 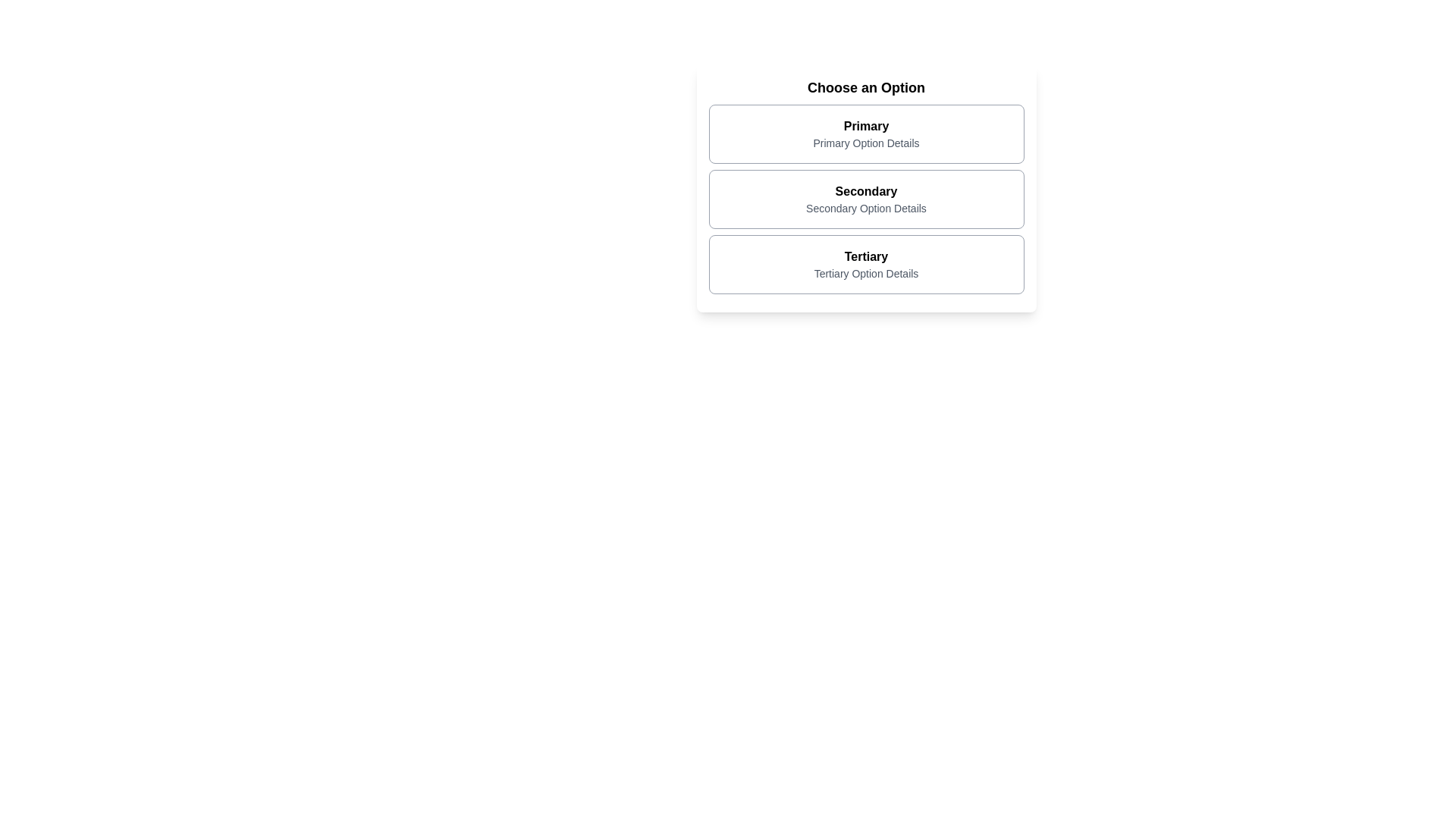 What do you see at coordinates (866, 208) in the screenshot?
I see `the static text element reading 'Secondary Option Details', which is styled in gray with a smaller font and located in the middle selection area labeled 'Secondary'` at bounding box center [866, 208].